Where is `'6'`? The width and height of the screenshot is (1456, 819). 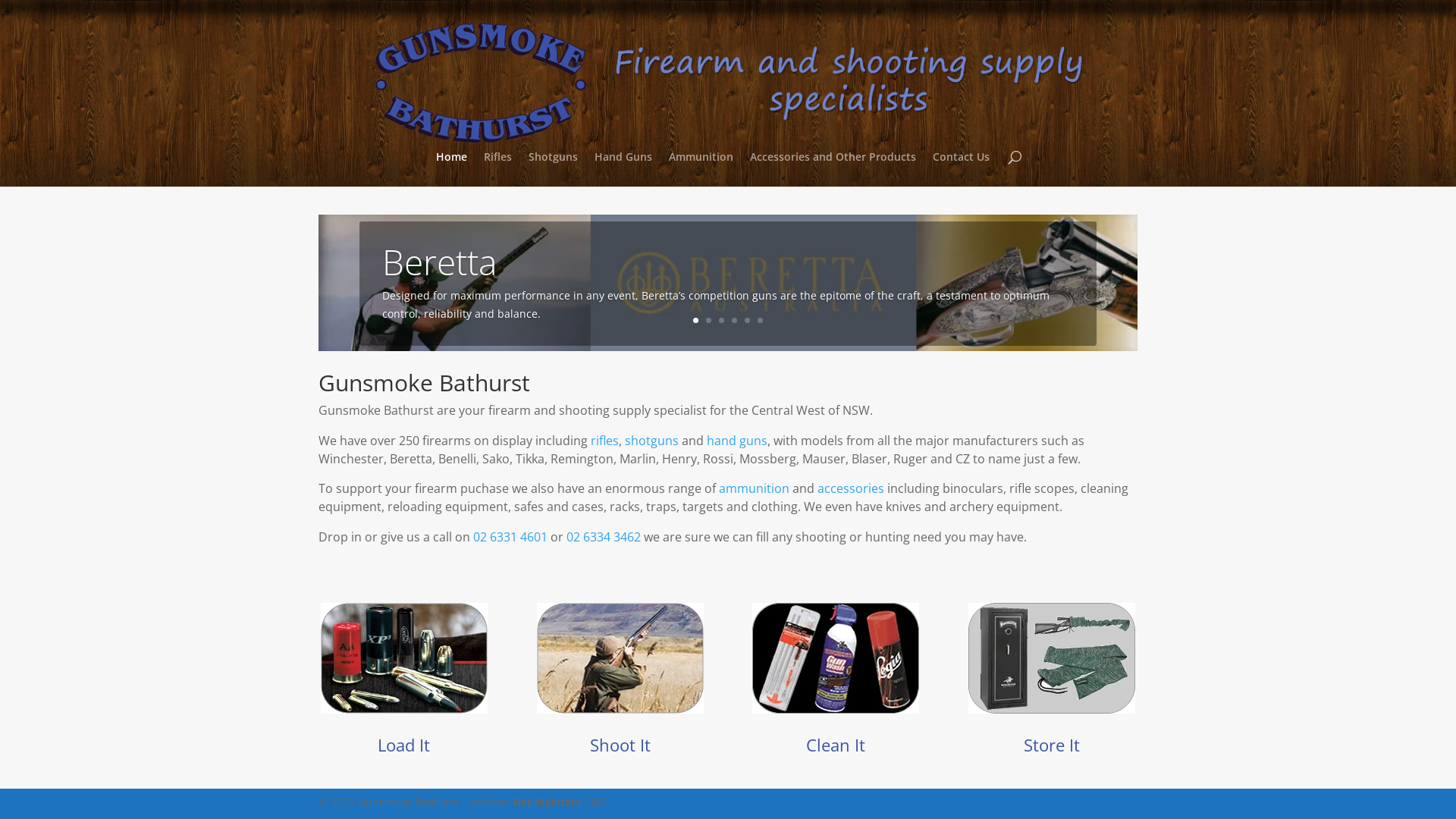 '6' is located at coordinates (757, 319).